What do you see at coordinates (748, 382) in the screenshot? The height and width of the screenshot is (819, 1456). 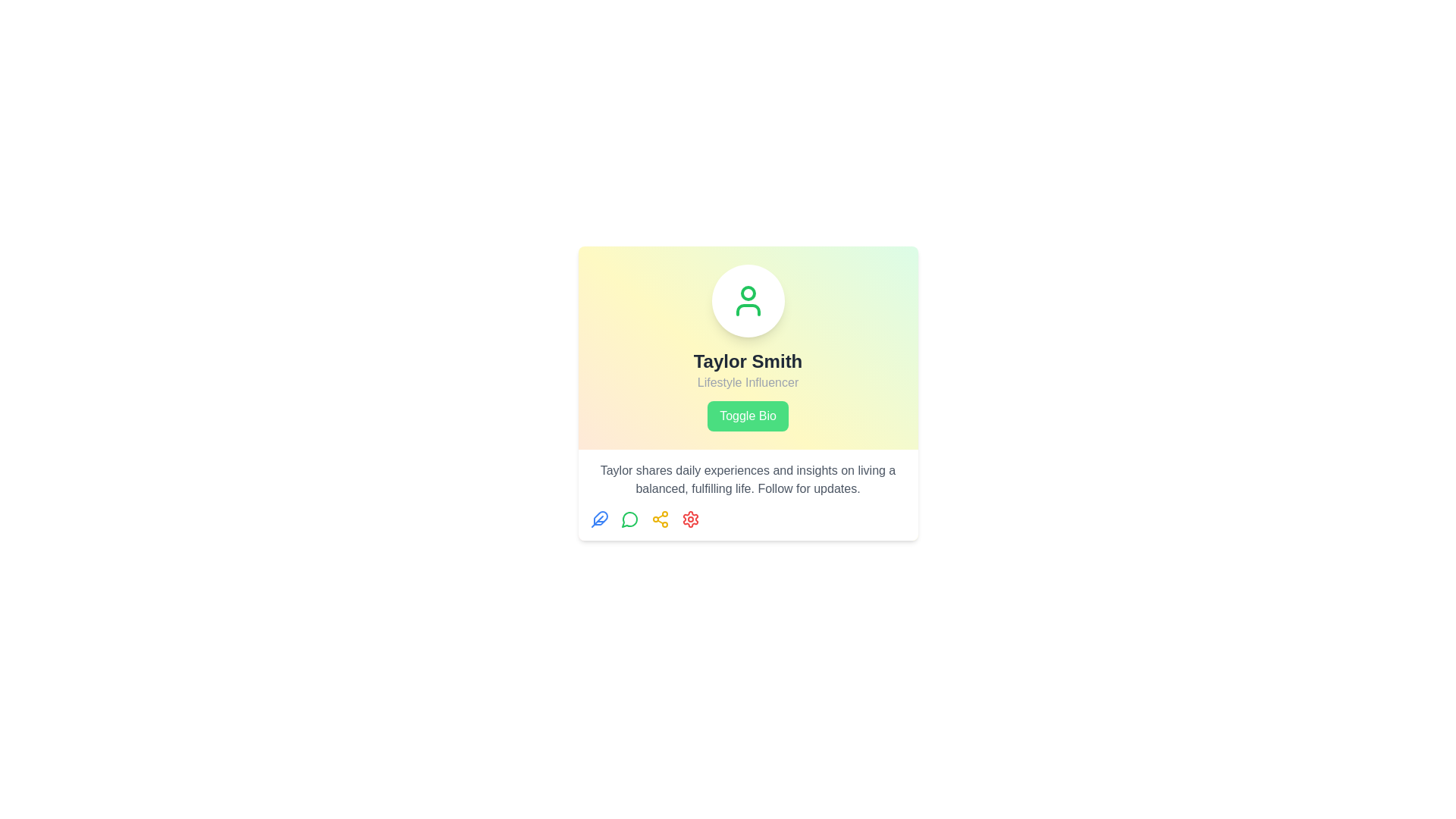 I see `the text label that reads 'Lifestyle Influencer', which is styled in a smaller, muted gray font and positioned directly beneath the title 'Taylor Smith'` at bounding box center [748, 382].